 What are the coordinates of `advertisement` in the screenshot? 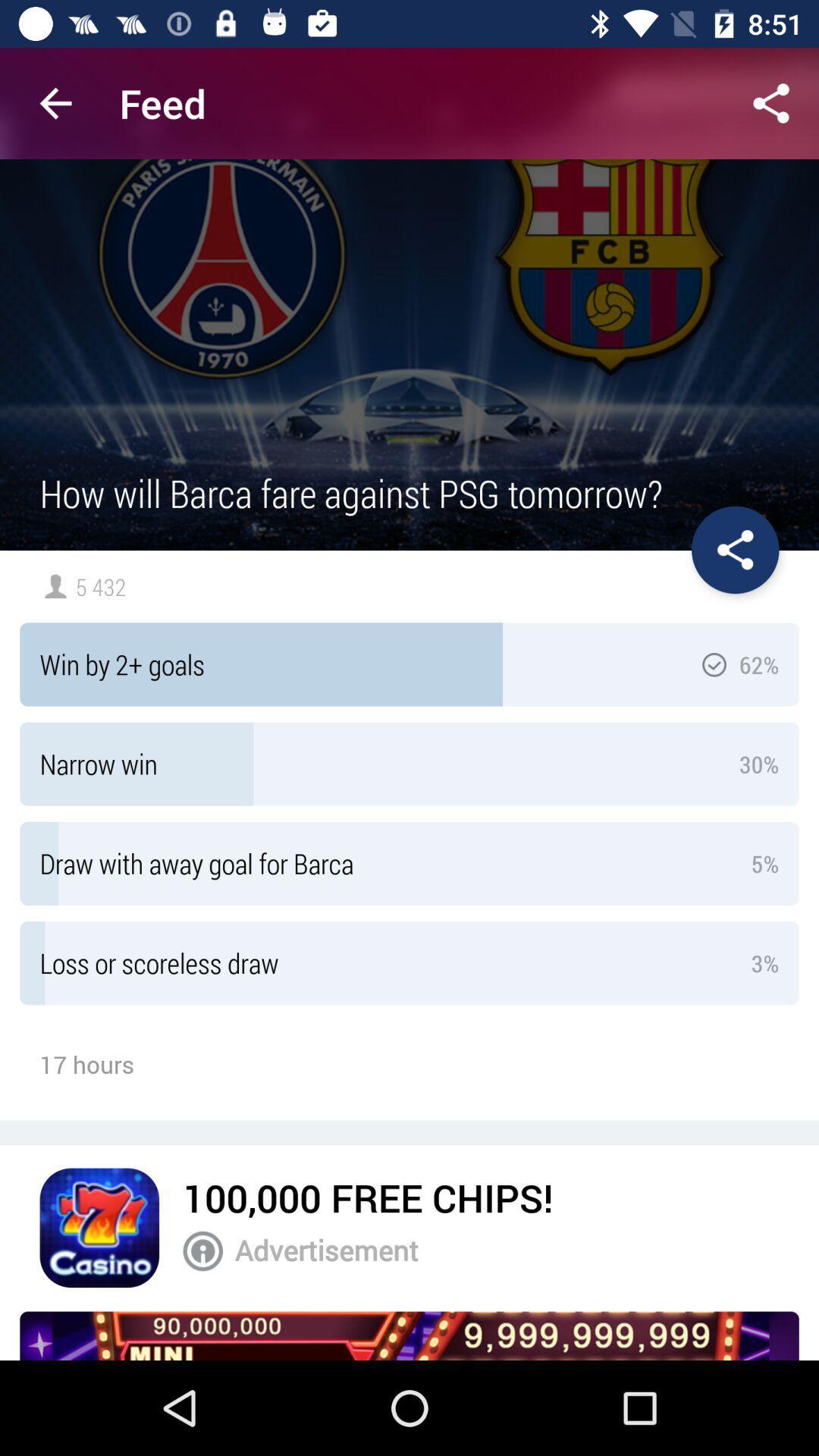 It's located at (409, 1335).